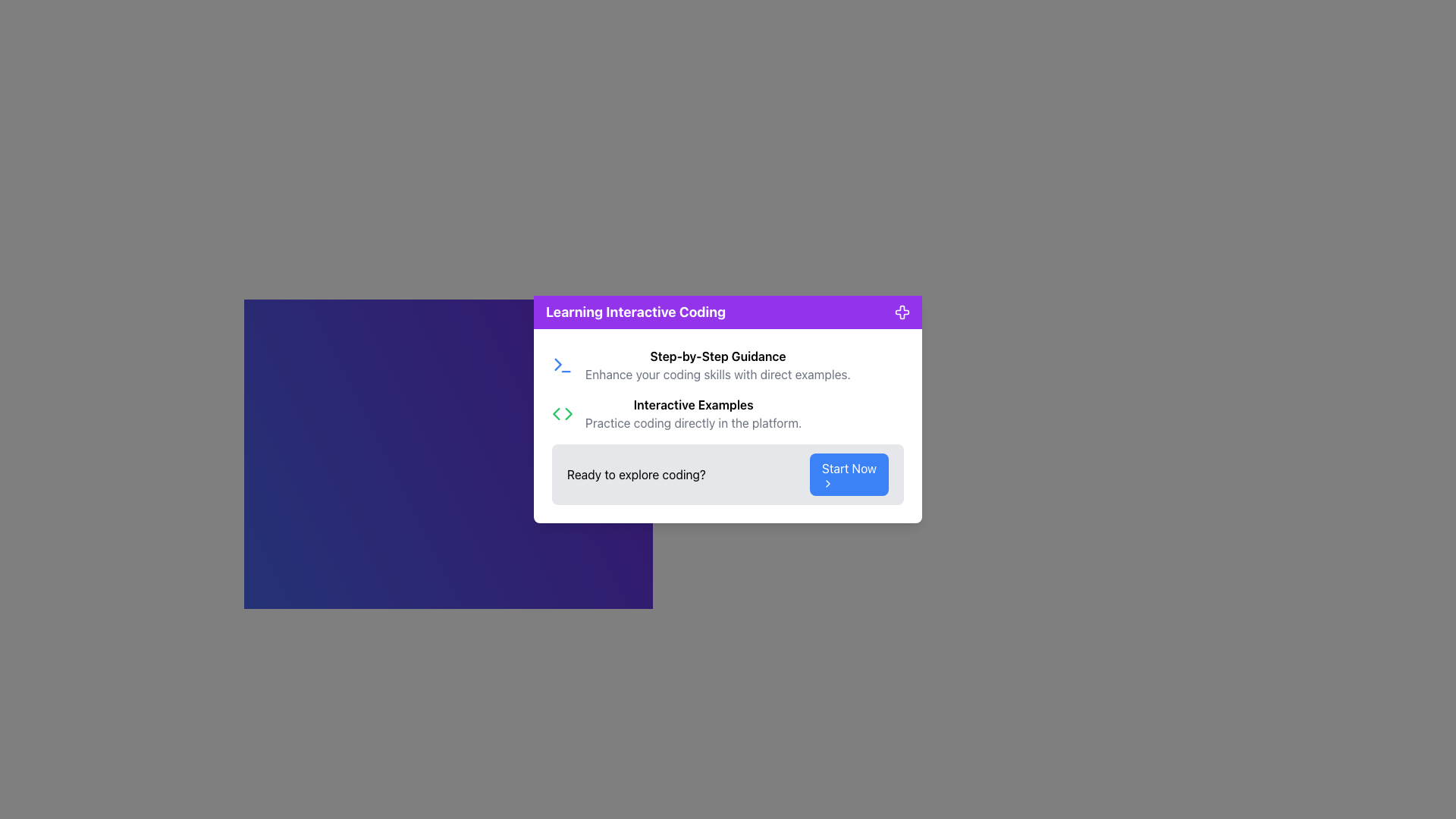  I want to click on the text label providing supplementary information related to 'Step-by-Step Guidance,' which is located below the headline text within a white background panel, so click(717, 374).